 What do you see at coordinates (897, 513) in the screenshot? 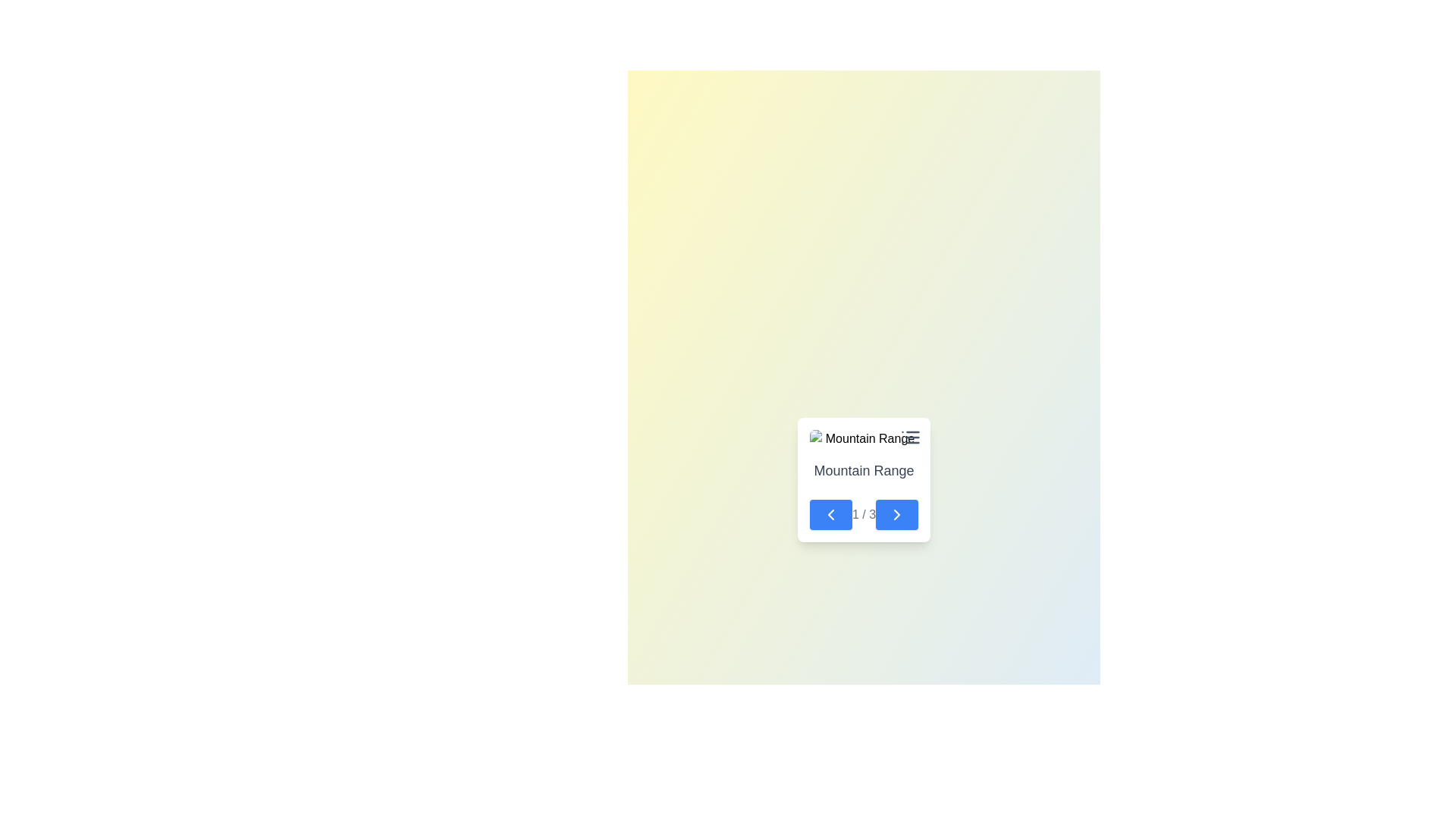
I see `the navigation button located in the bottom right corner of the control section to proceed to the next item in the sequence` at bounding box center [897, 513].